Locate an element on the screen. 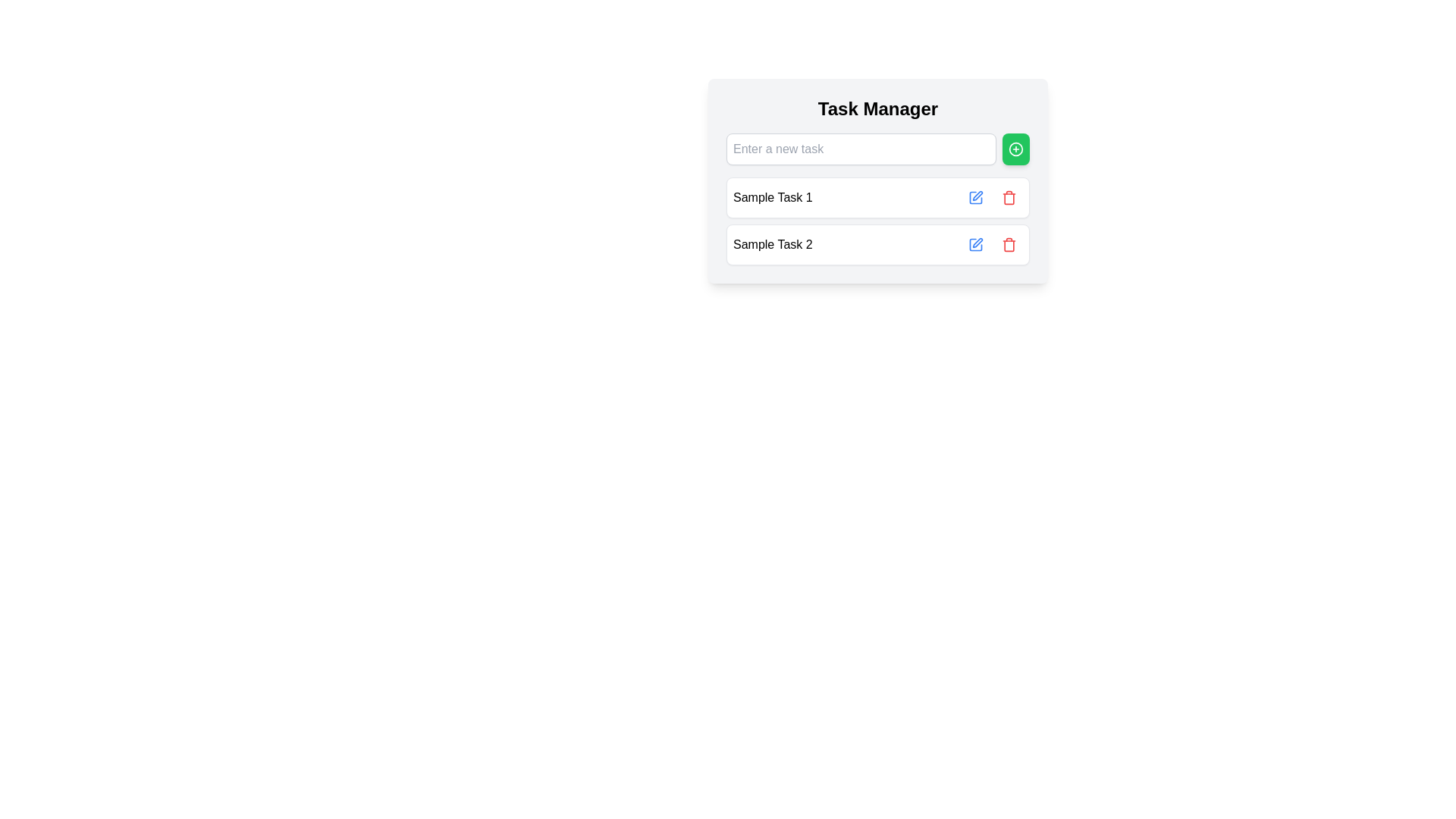  the interactive button that enables editing 'Sample Task 1' to trigger a visual effect is located at coordinates (975, 197).